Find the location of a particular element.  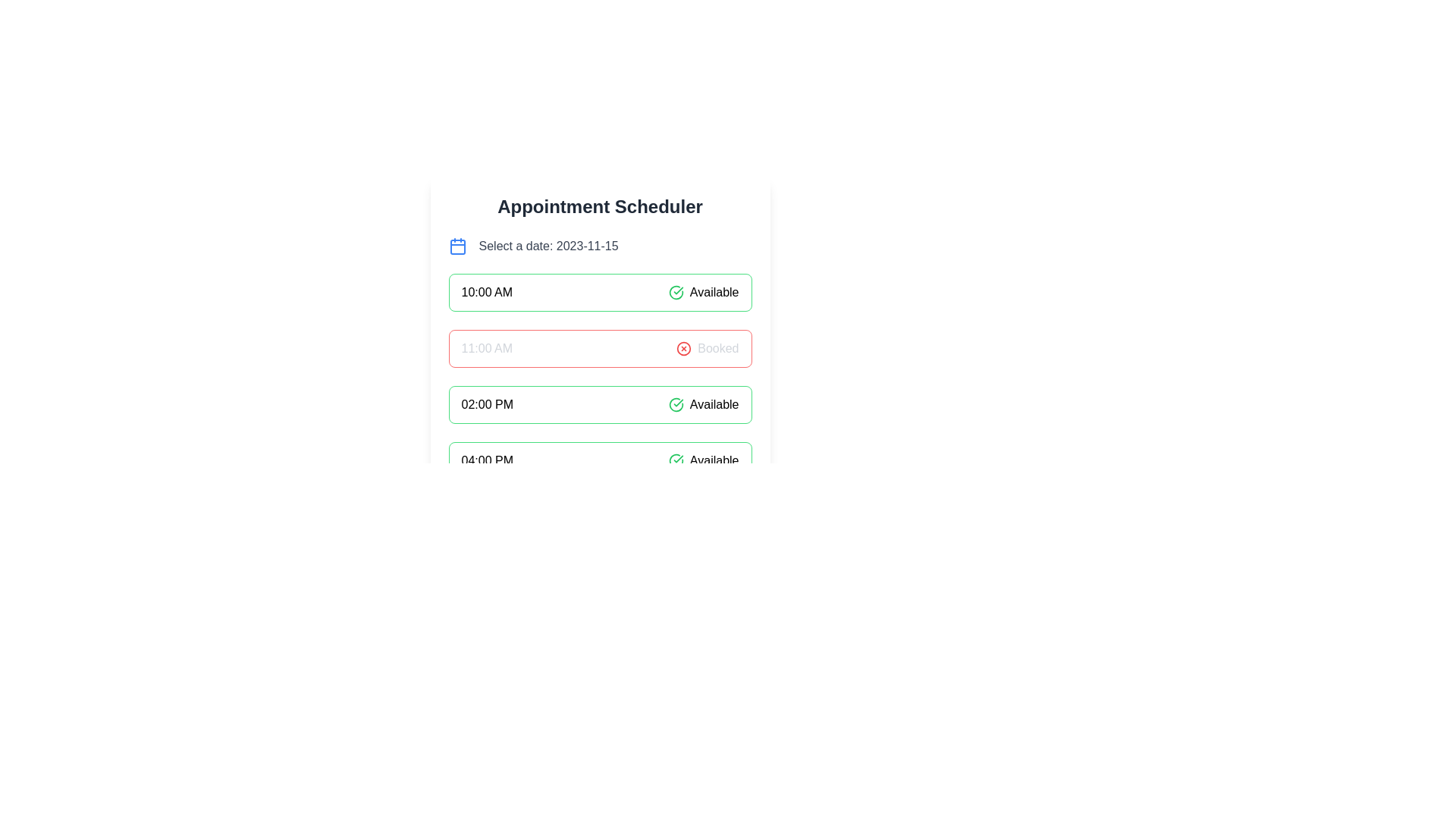

the blue calendar icon located to the left of the text 'Select a date: 2023-11-15' in the header section above the time slots is located at coordinates (457, 245).